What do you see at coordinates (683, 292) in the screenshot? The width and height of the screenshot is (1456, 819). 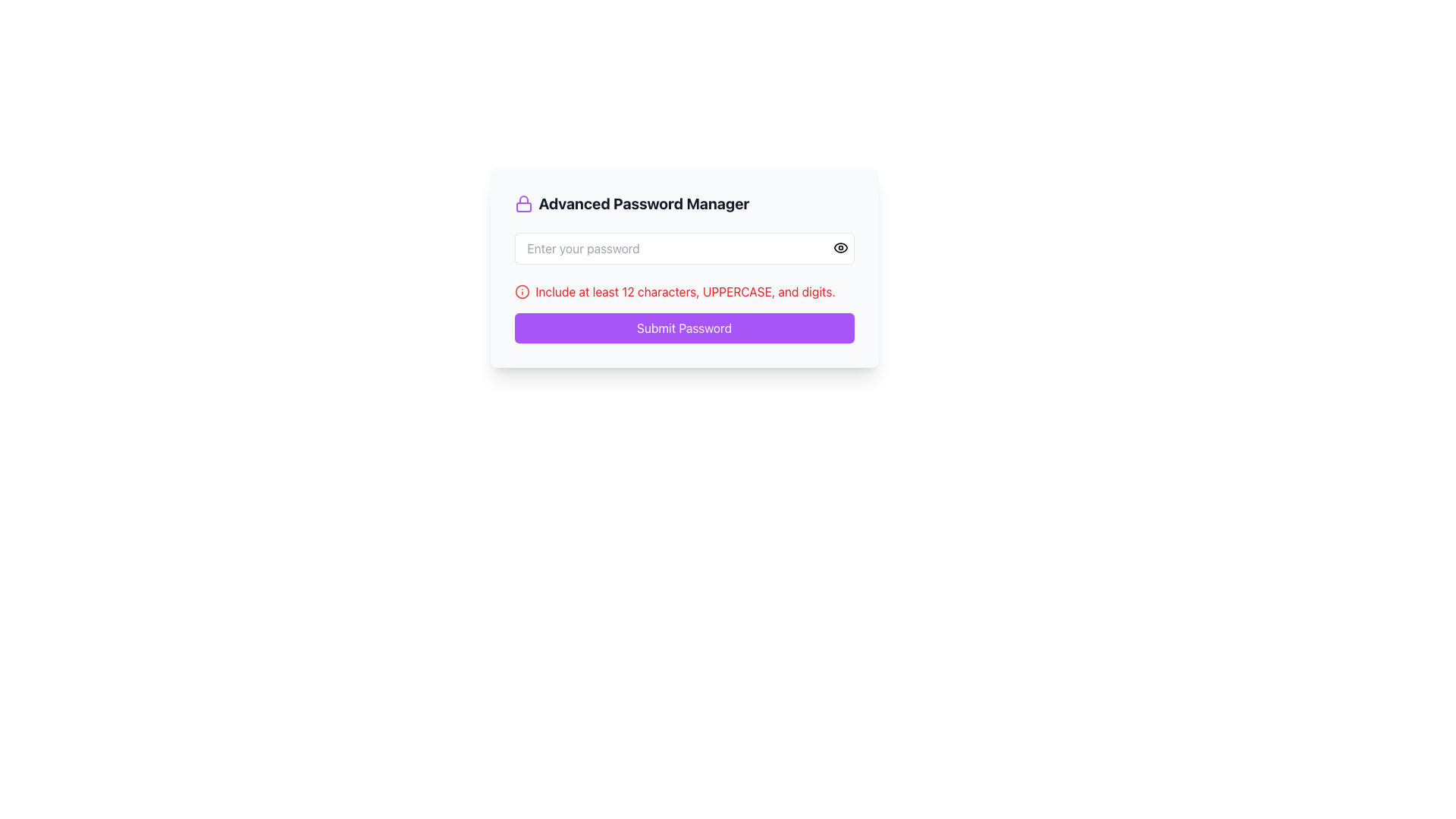 I see `informational text with an icon located below the password input field and above the violet 'Submit Password' button in the 'Advanced Password Manager' card` at bounding box center [683, 292].